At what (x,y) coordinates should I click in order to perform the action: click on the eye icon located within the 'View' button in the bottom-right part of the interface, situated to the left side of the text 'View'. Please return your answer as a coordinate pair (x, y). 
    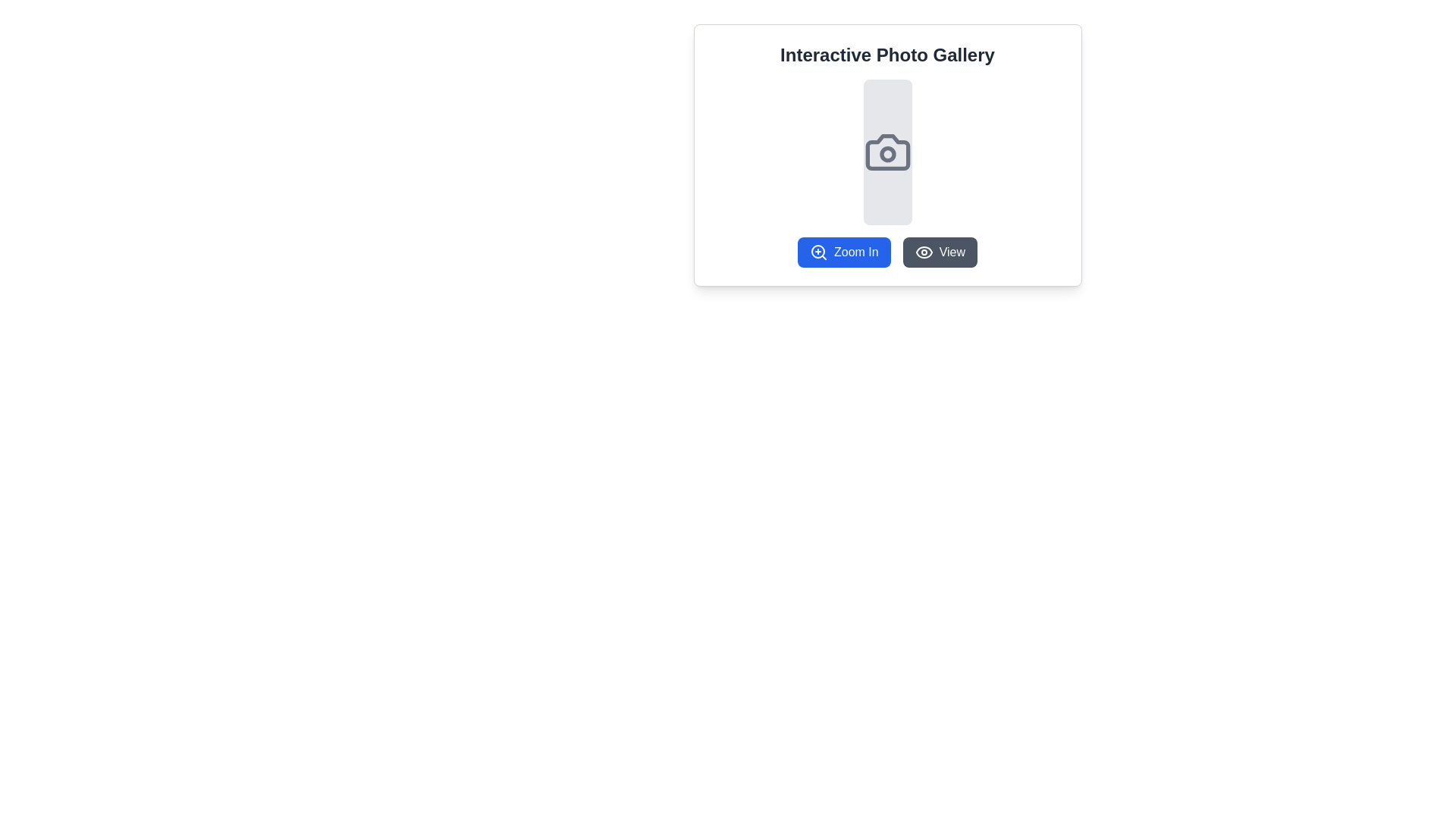
    Looking at the image, I should click on (923, 251).